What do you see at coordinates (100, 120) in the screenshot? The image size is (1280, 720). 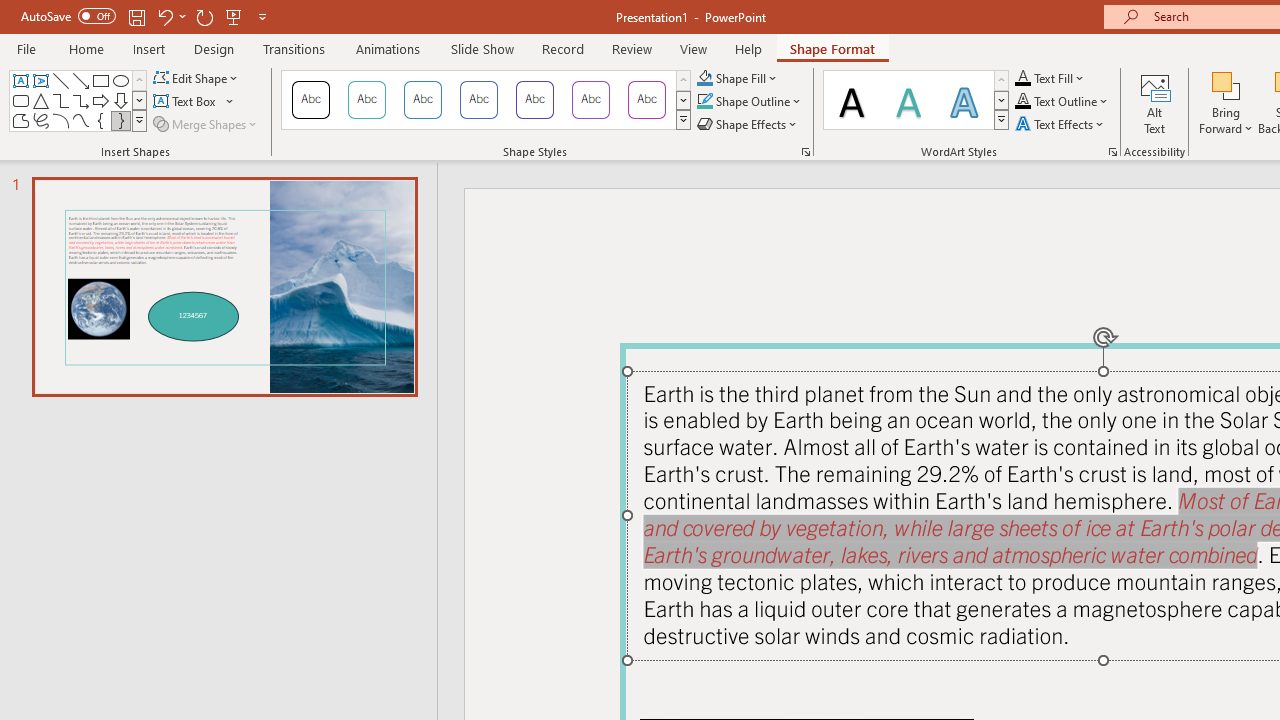 I see `'Left Brace'` at bounding box center [100, 120].